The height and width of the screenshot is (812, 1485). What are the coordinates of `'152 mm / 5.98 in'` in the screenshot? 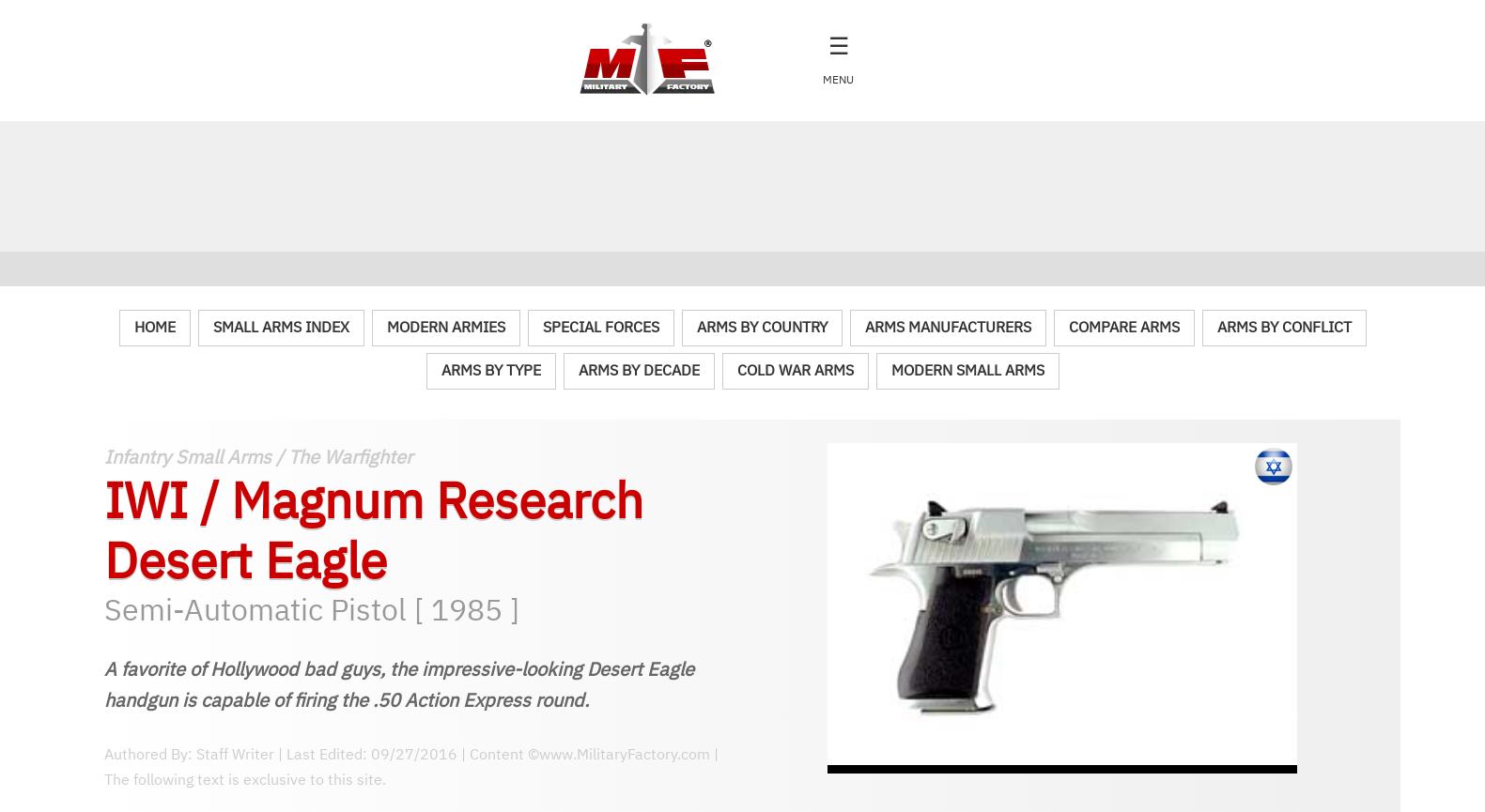 It's located at (199, 584).